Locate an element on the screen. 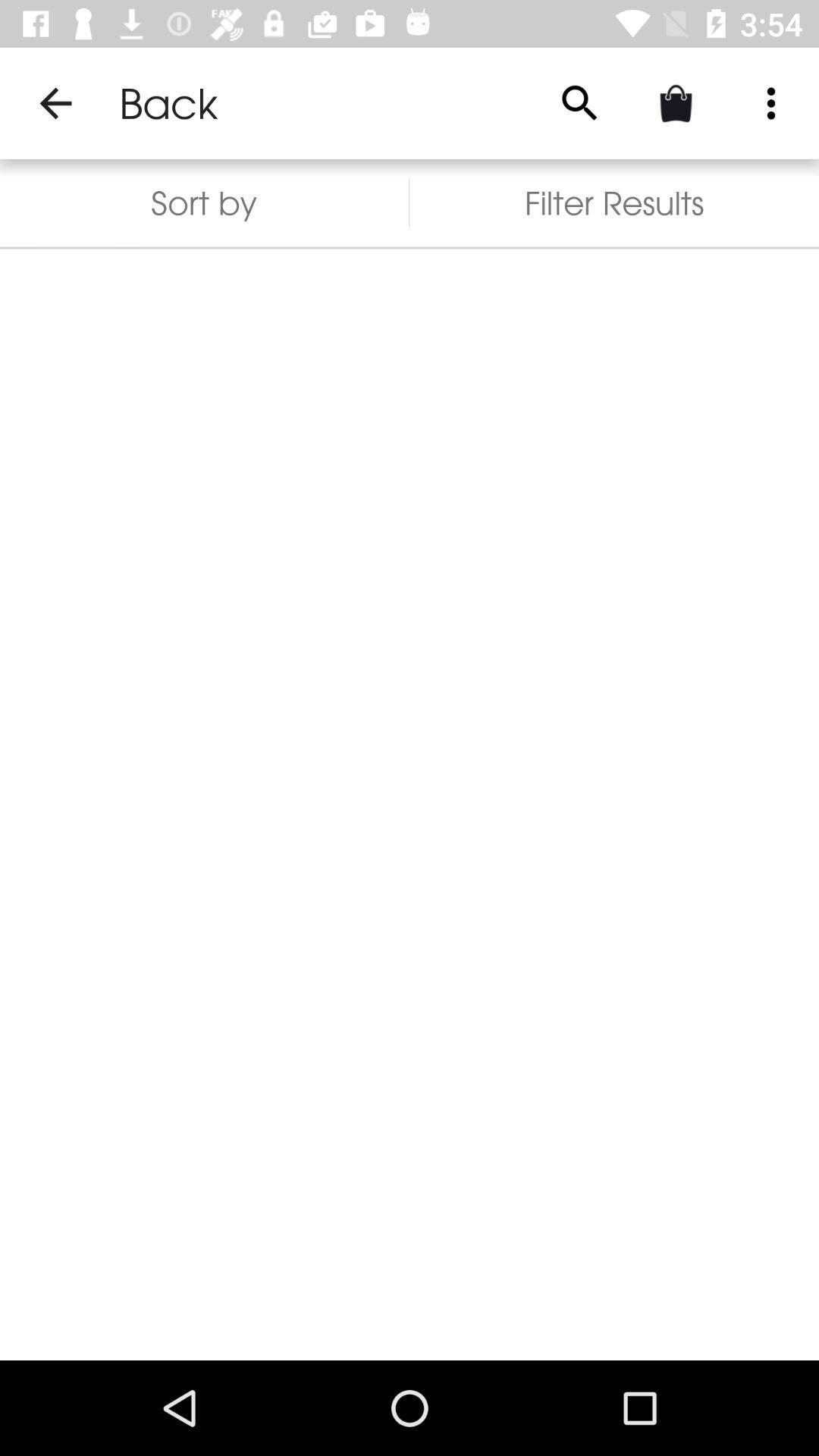 The width and height of the screenshot is (819, 1456). the item next to back app is located at coordinates (55, 102).